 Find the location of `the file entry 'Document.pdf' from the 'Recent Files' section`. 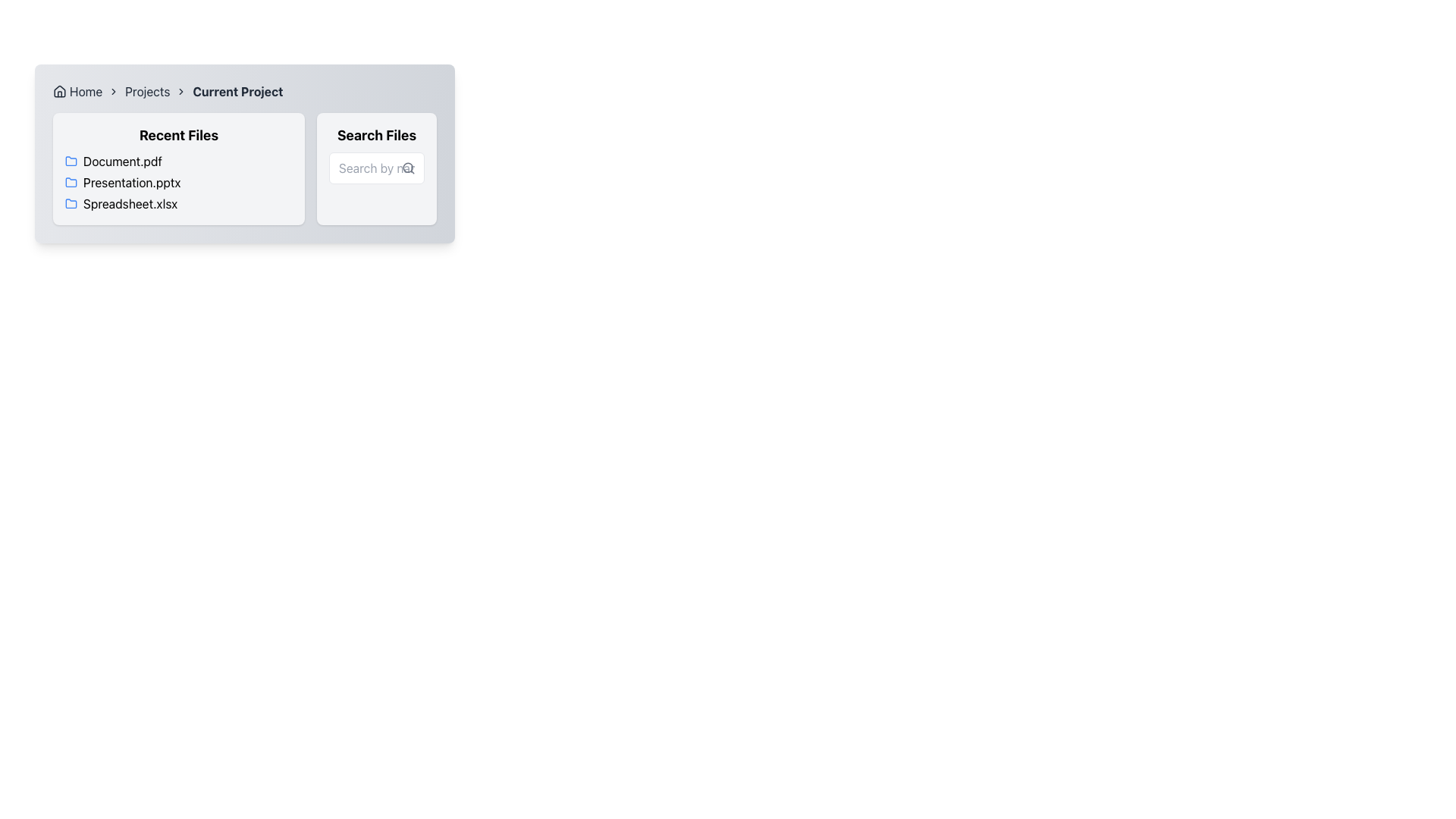

the file entry 'Document.pdf' from the 'Recent Files' section is located at coordinates (244, 169).